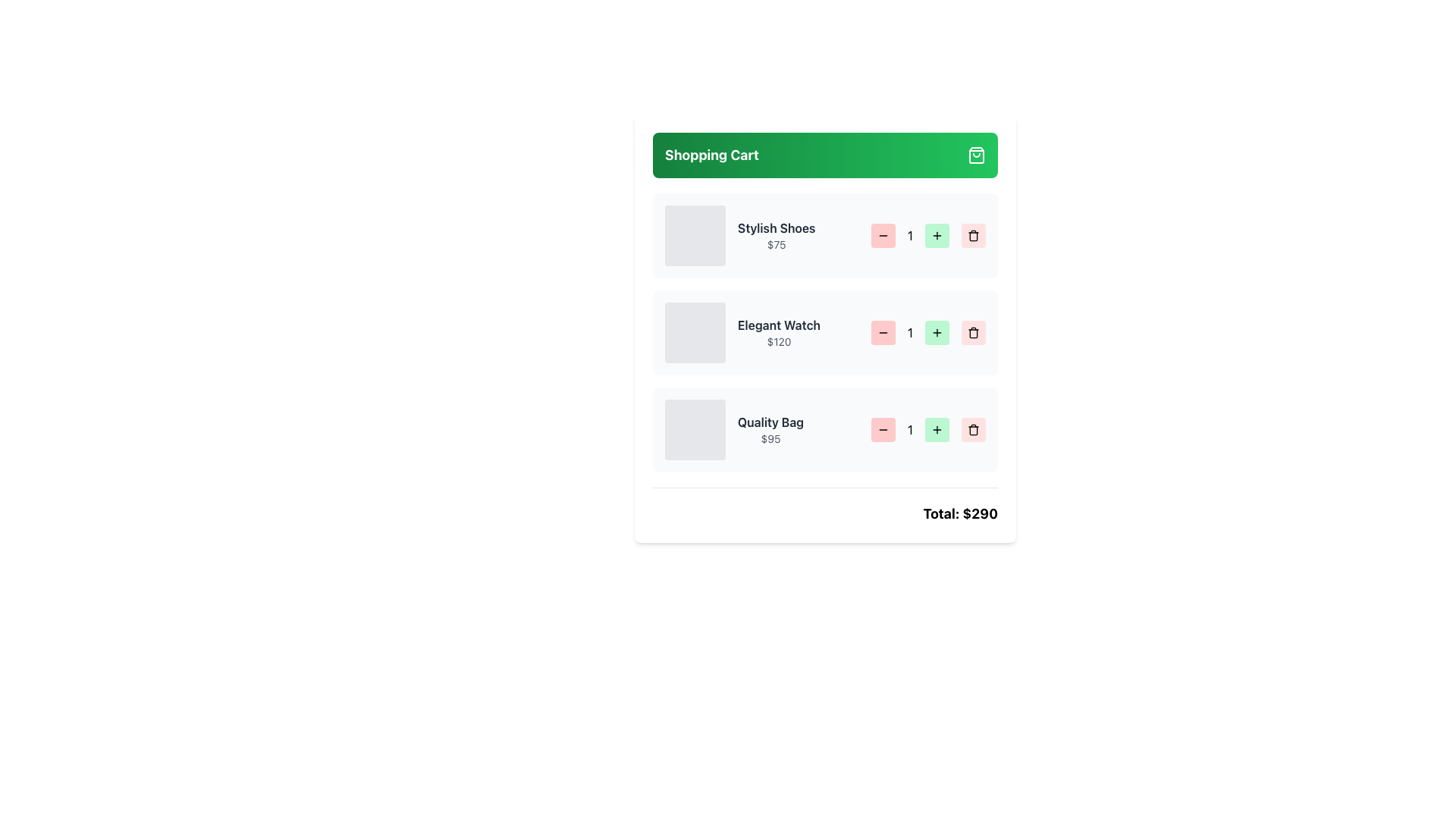  I want to click on the increment button for the 'Stylish Shoes' item in the shopping cart, so click(937, 236).